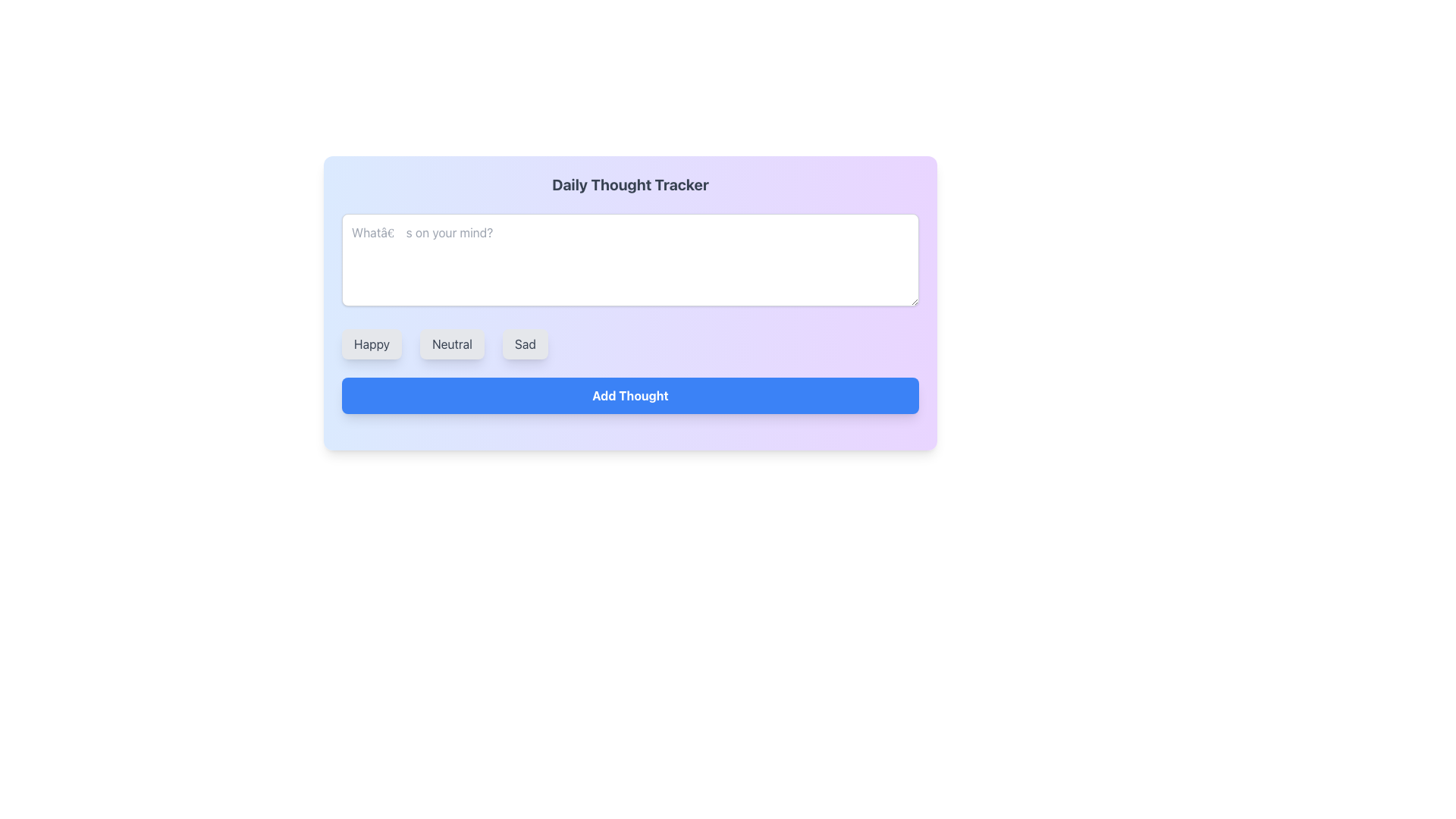 This screenshot has height=819, width=1456. Describe the element at coordinates (525, 344) in the screenshot. I see `the 'Sad' button in the mood tracking interface` at that location.